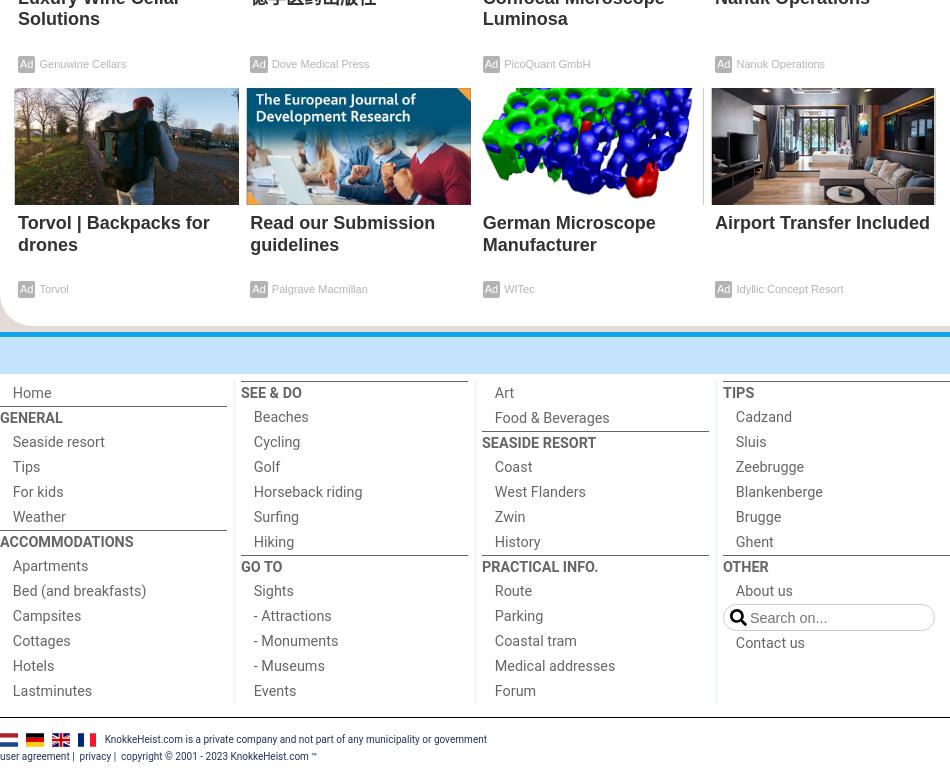  I want to click on 'Medical addresses', so click(554, 666).